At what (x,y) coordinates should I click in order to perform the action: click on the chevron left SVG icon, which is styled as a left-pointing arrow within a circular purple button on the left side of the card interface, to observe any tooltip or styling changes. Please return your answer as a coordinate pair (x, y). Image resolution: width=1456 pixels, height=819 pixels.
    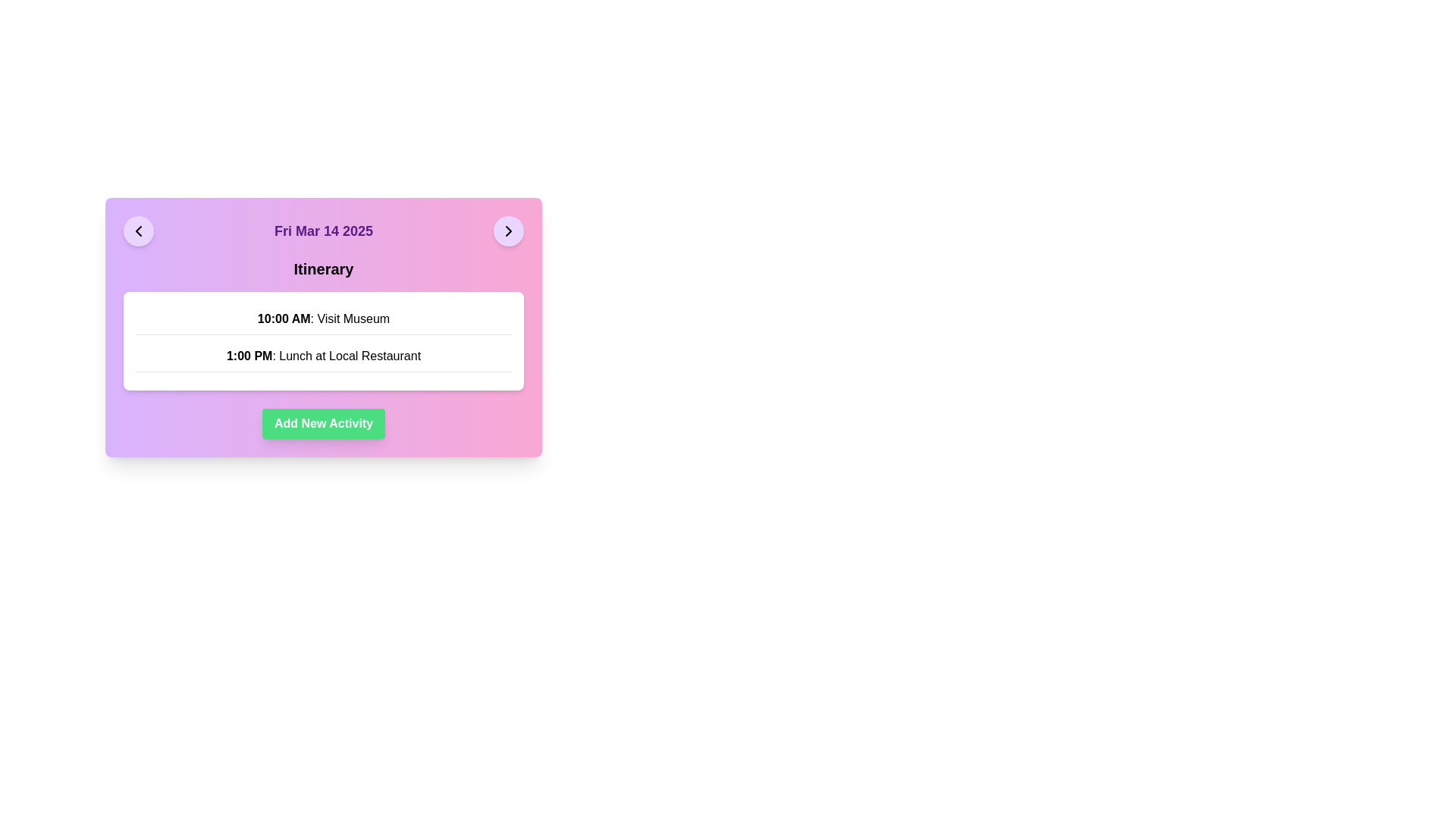
    Looking at the image, I should click on (138, 231).